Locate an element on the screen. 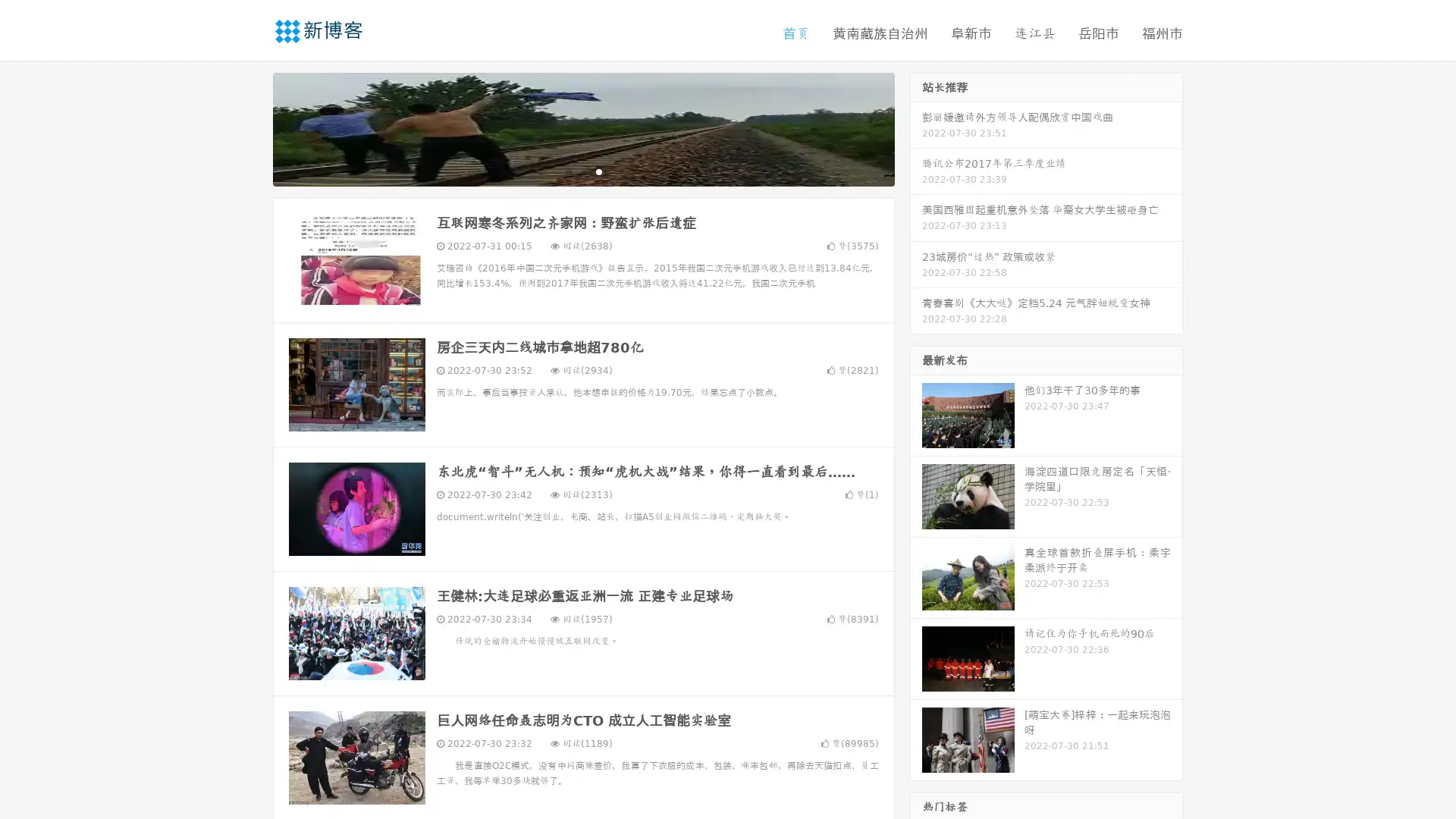 The width and height of the screenshot is (1456, 819). Next slide is located at coordinates (916, 127).